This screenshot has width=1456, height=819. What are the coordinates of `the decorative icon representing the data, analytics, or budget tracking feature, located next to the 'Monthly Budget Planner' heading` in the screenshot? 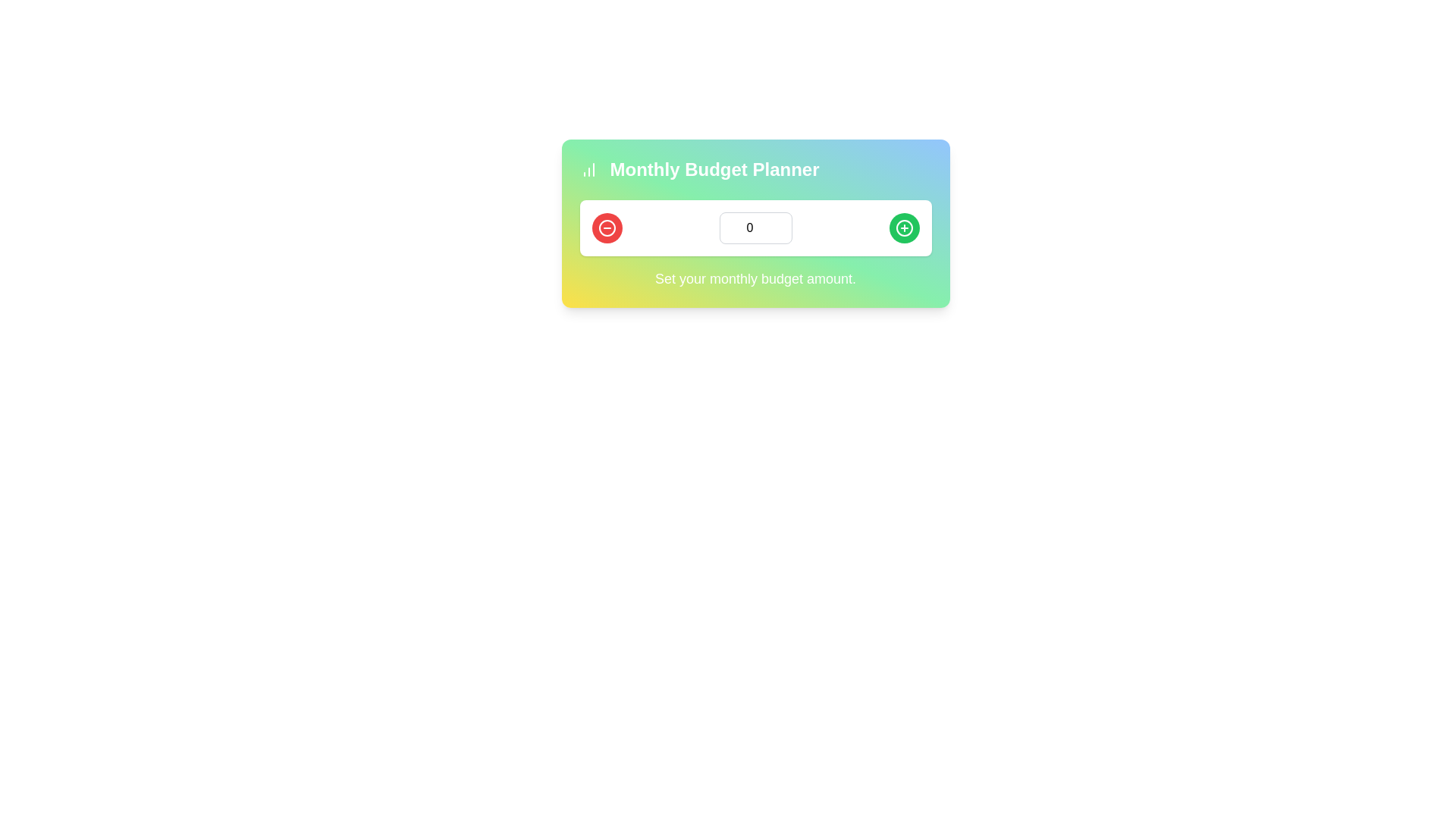 It's located at (588, 169).